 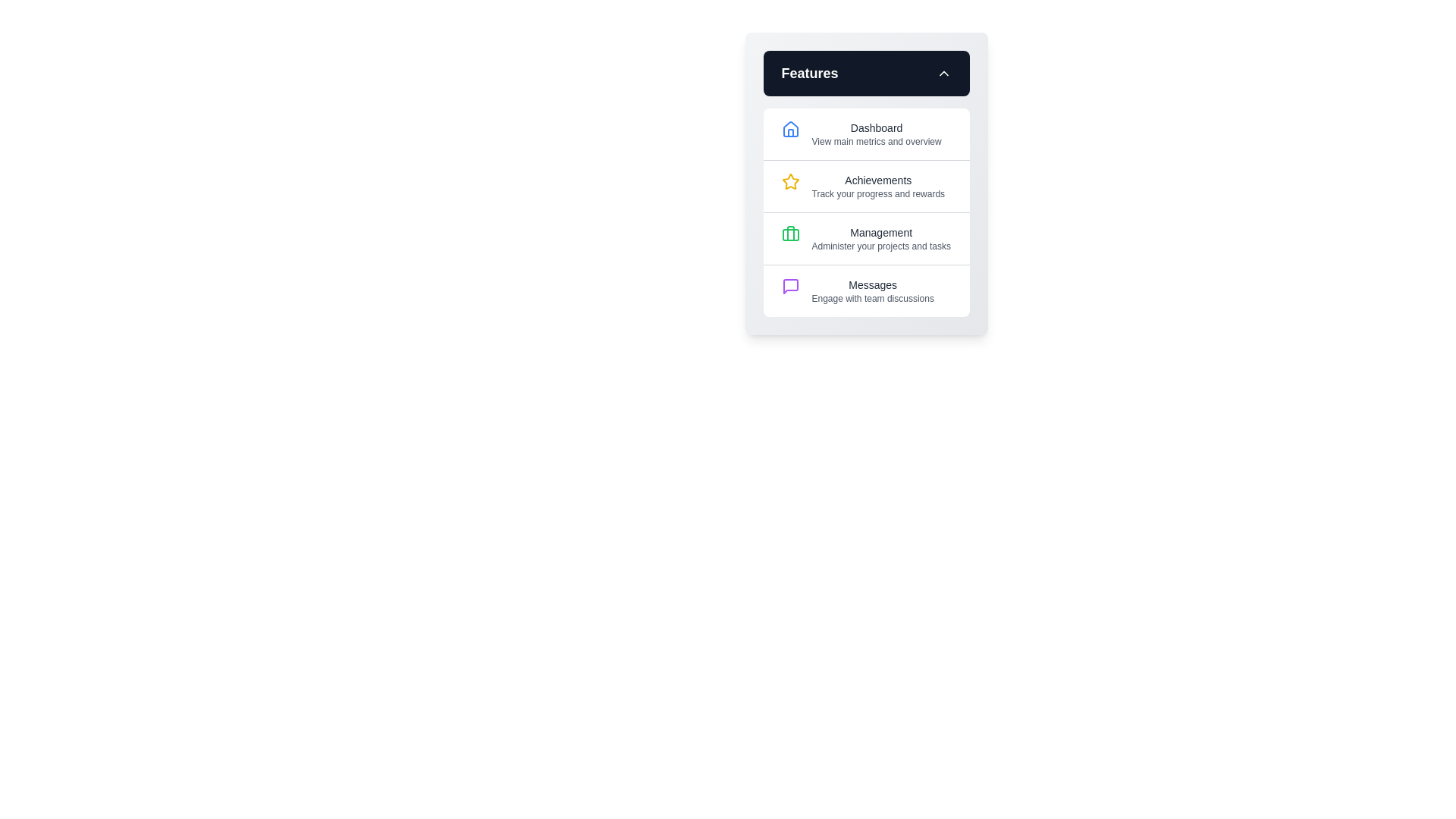 I want to click on the second clickable list item displaying a yellow star icon and the title 'Achievements' with a description 'Track your progress and rewards', so click(x=866, y=185).